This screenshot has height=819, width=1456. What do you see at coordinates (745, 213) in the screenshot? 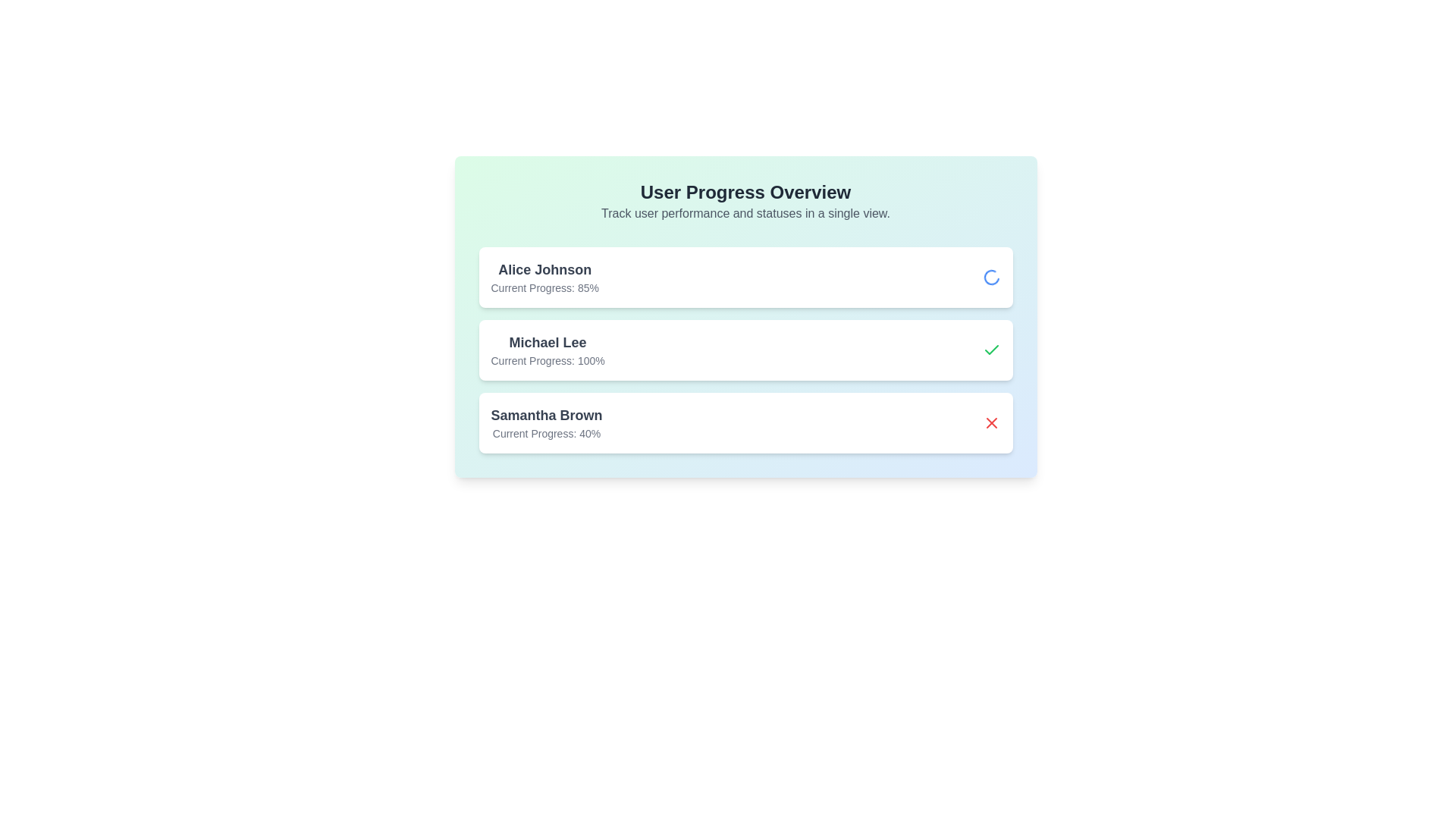
I see `text display that shows 'Track user performance and statuses in a single view.' located directly beneath the title 'User Progress Overview'` at bounding box center [745, 213].